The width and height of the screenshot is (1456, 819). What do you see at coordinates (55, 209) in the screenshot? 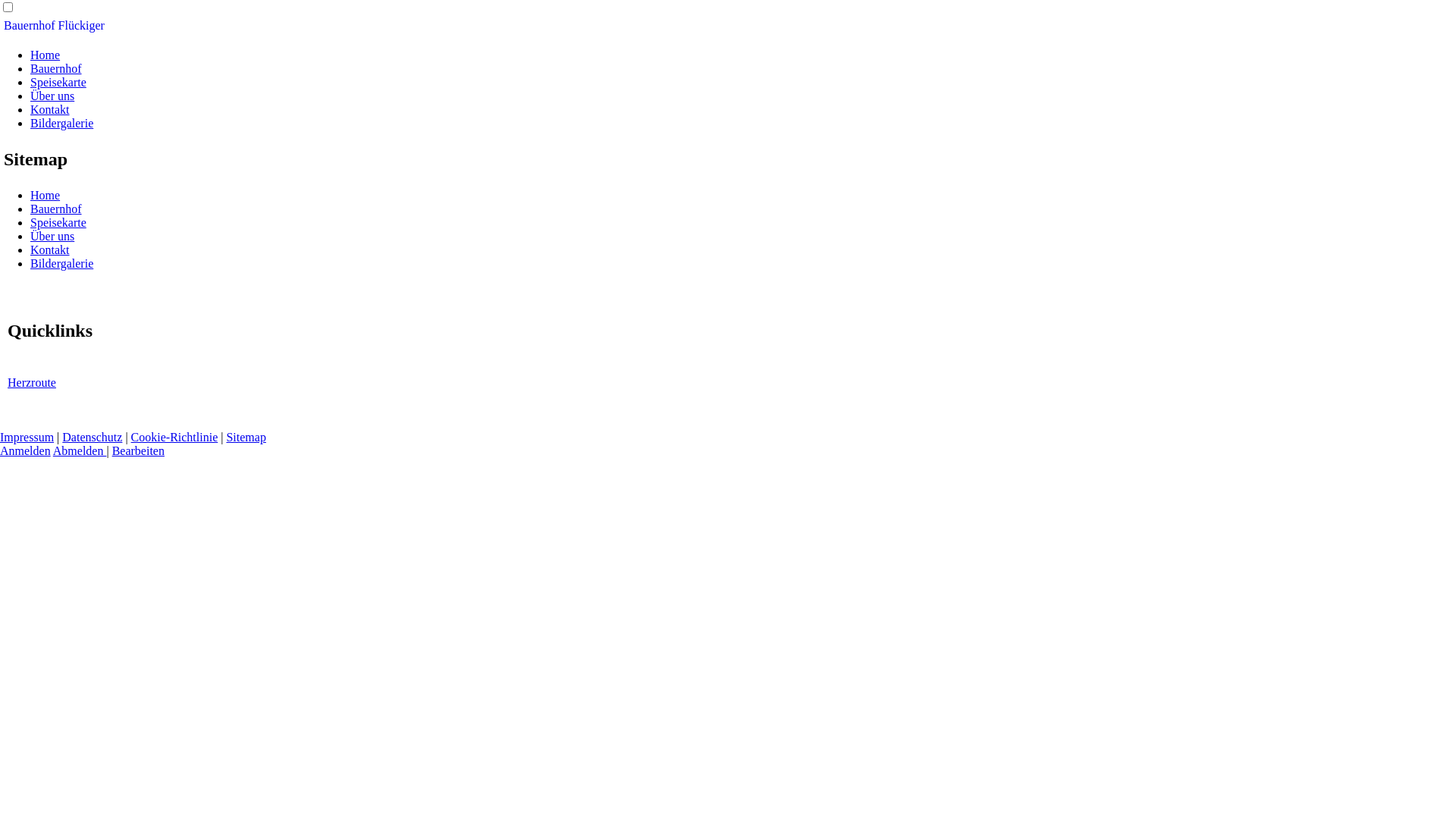
I see `'Bauernhof'` at bounding box center [55, 209].